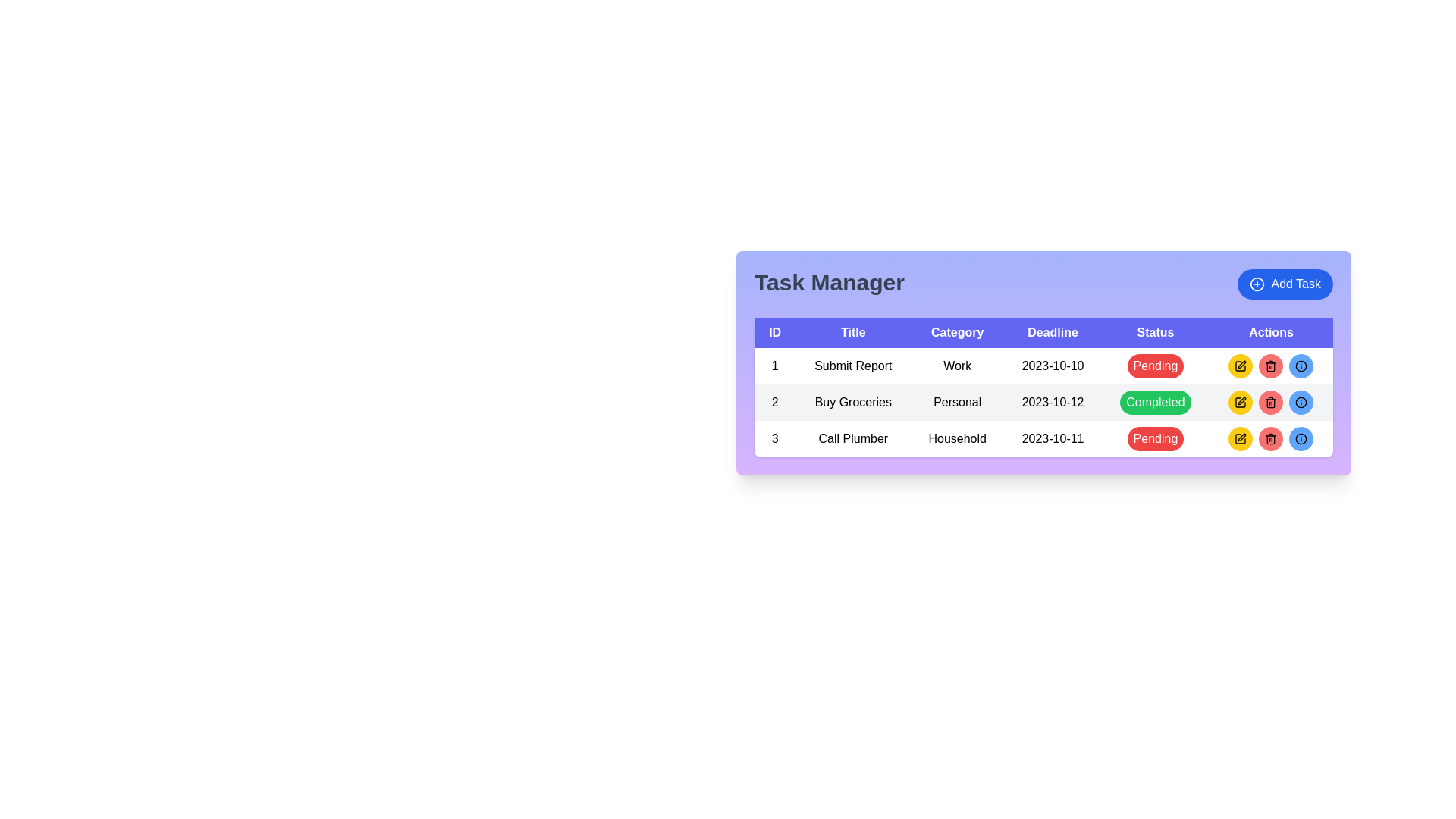 The width and height of the screenshot is (1456, 819). Describe the element at coordinates (775, 332) in the screenshot. I see `text of the Table Header Cell located at the leftmost position in the header row of the task management interface, which identifies the items listed in the table rows below` at that location.